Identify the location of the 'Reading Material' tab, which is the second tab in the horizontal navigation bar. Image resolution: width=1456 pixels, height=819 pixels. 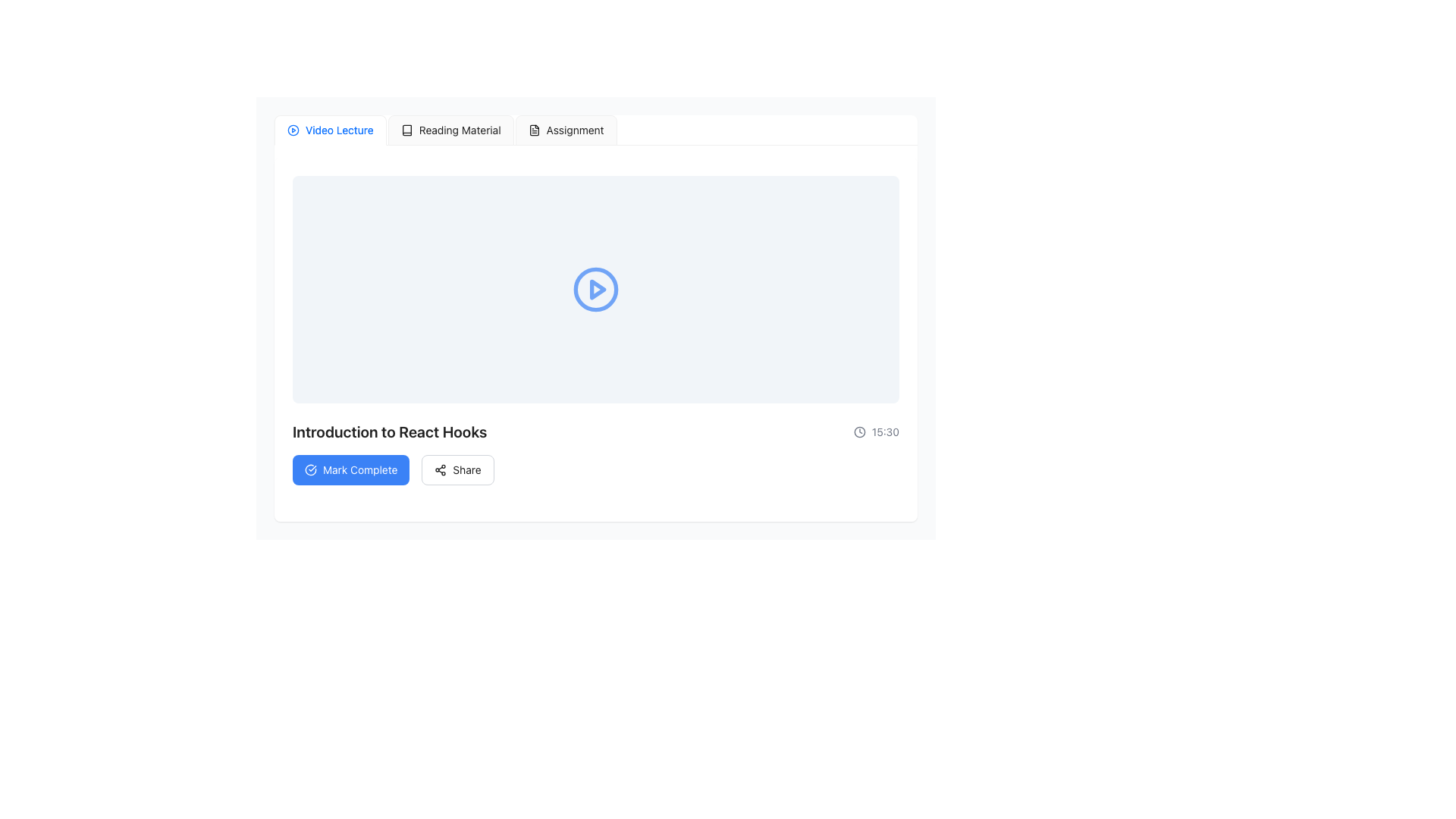
(444, 130).